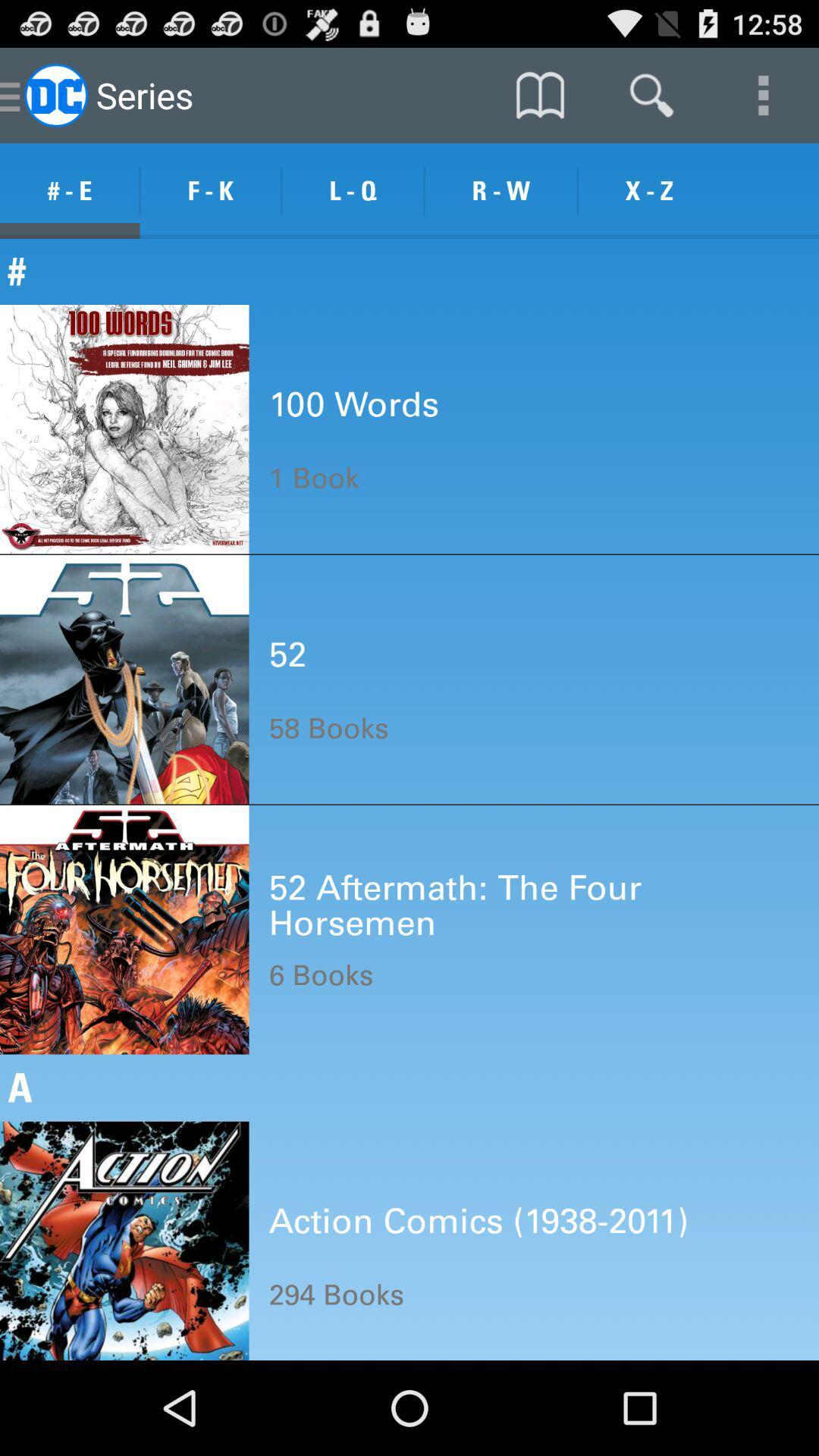 This screenshot has height=1456, width=819. Describe the element at coordinates (651, 94) in the screenshot. I see `icon above the x - z item` at that location.